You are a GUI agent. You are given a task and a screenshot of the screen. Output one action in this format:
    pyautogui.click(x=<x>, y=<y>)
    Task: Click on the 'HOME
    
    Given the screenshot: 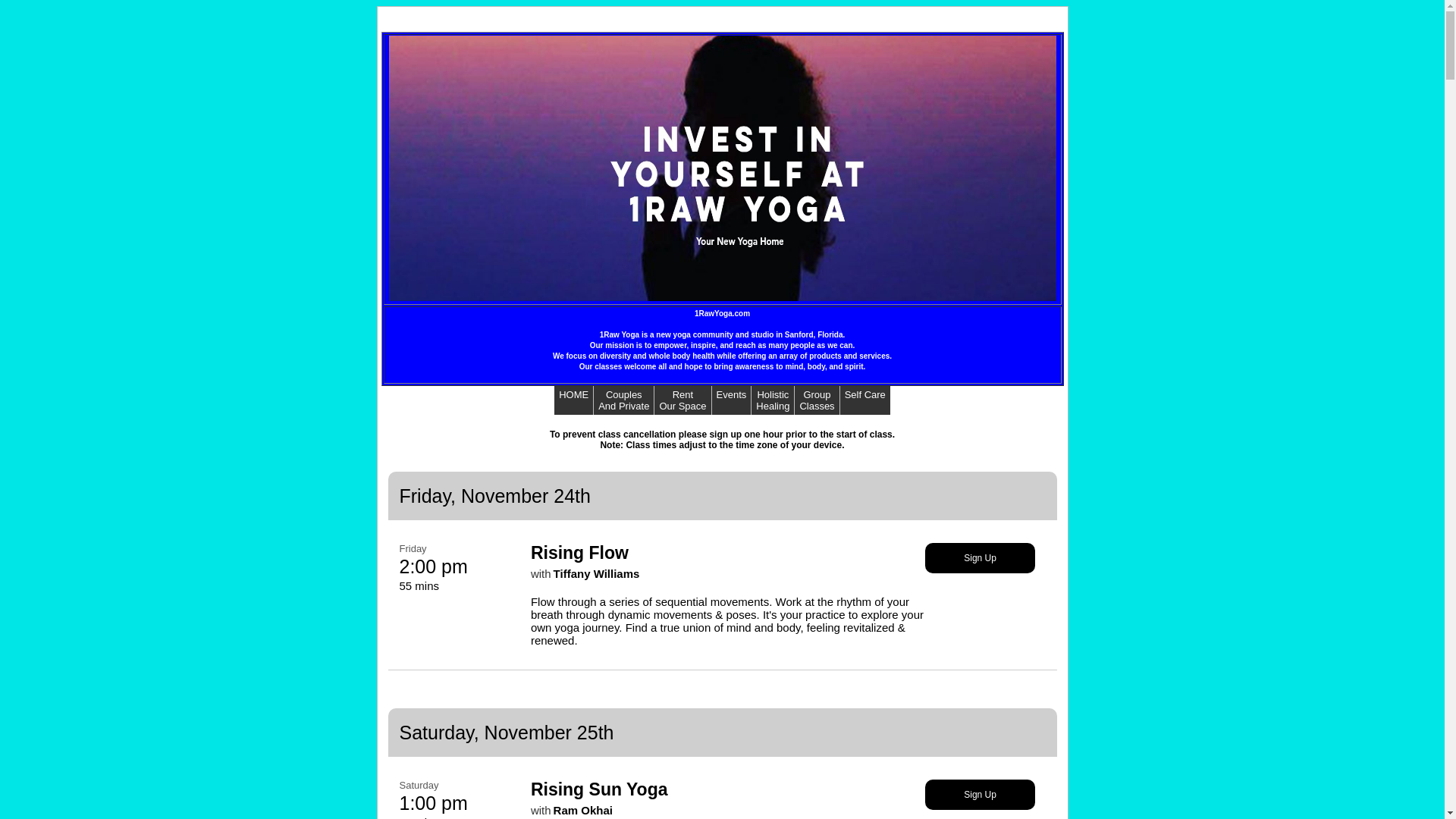 What is the action you would take?
    pyautogui.click(x=573, y=400)
    